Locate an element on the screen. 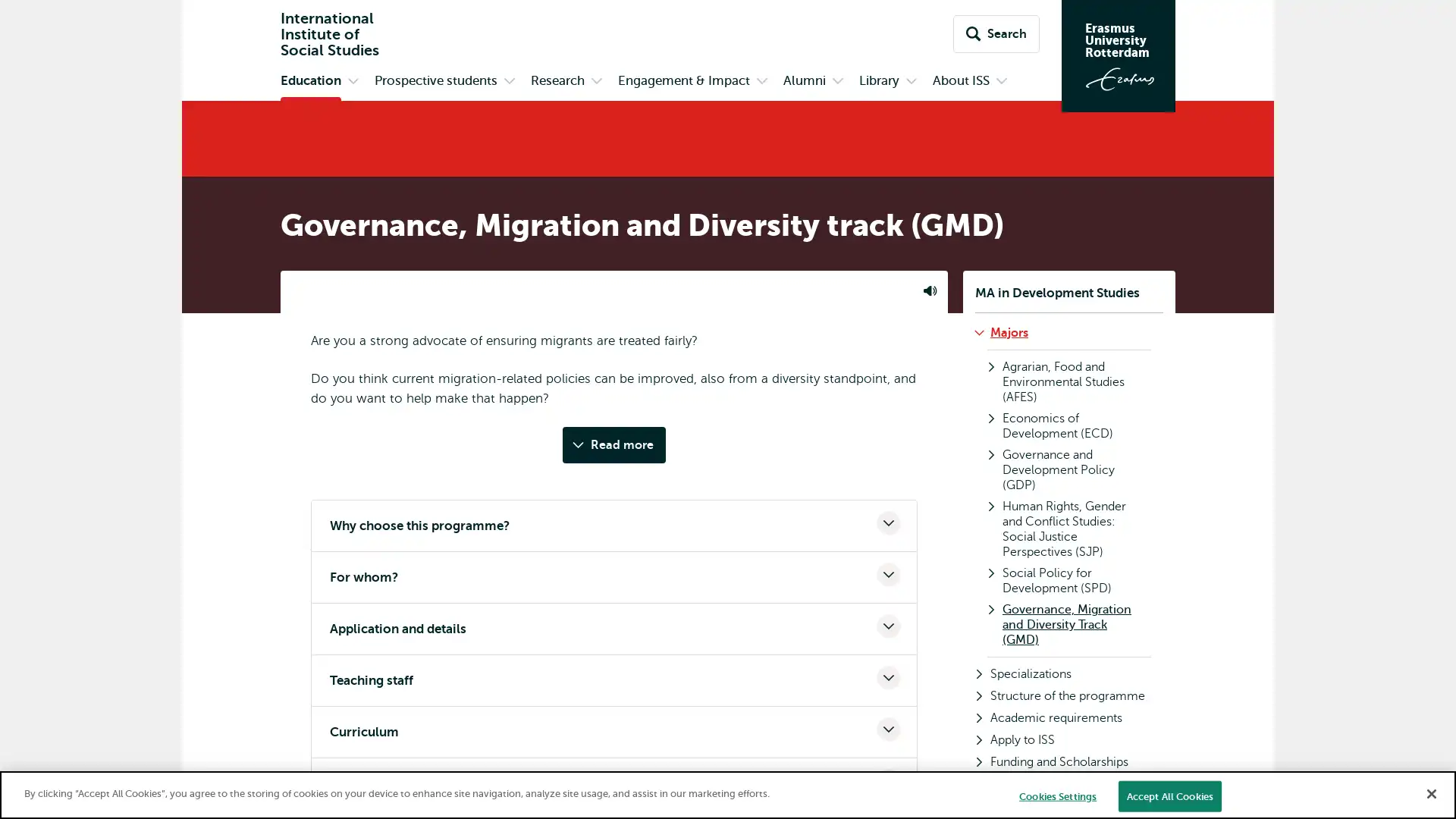  Curriculum is located at coordinates (614, 731).